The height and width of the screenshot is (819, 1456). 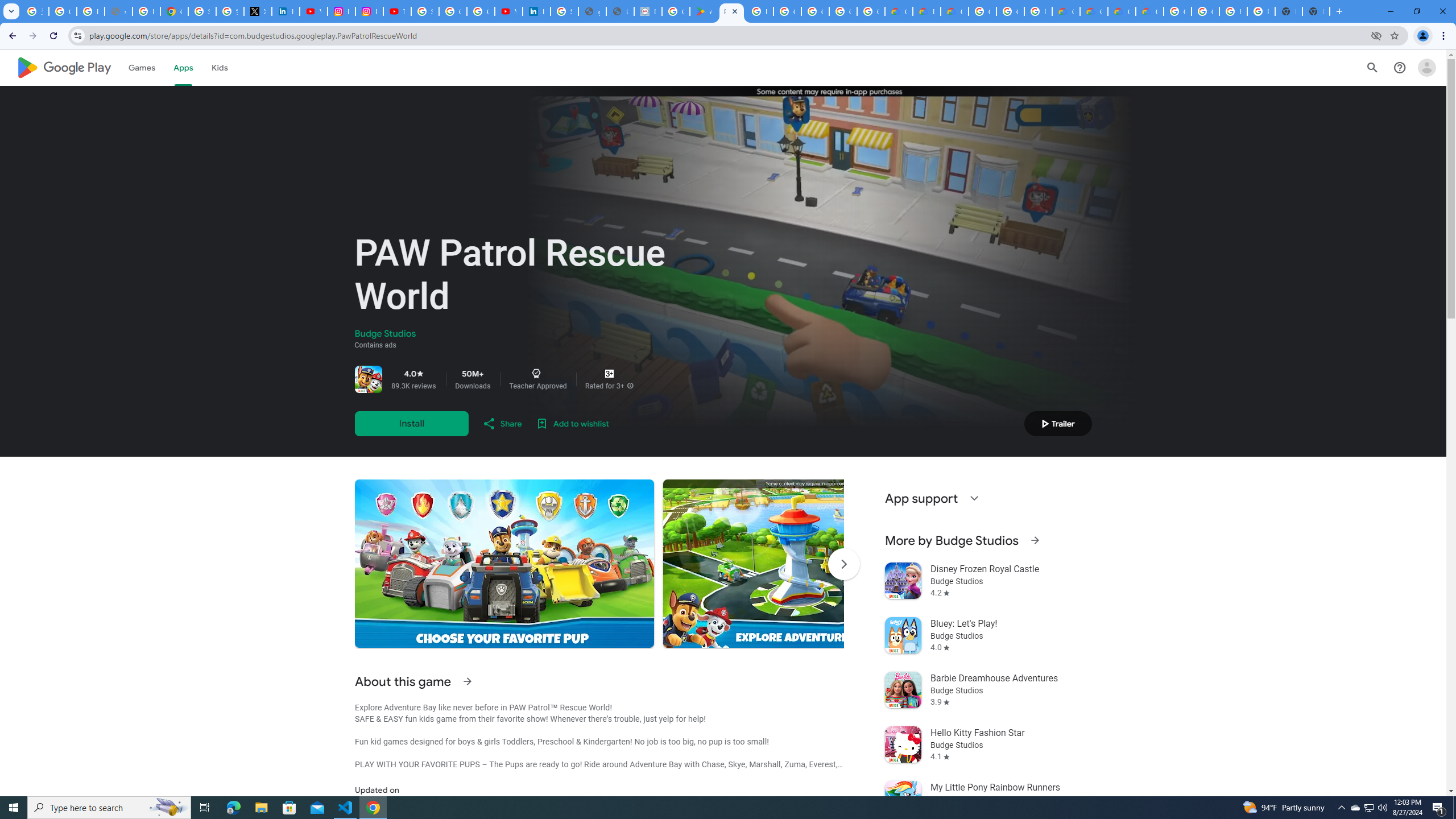 What do you see at coordinates (411, 423) in the screenshot?
I see `'Install'` at bounding box center [411, 423].